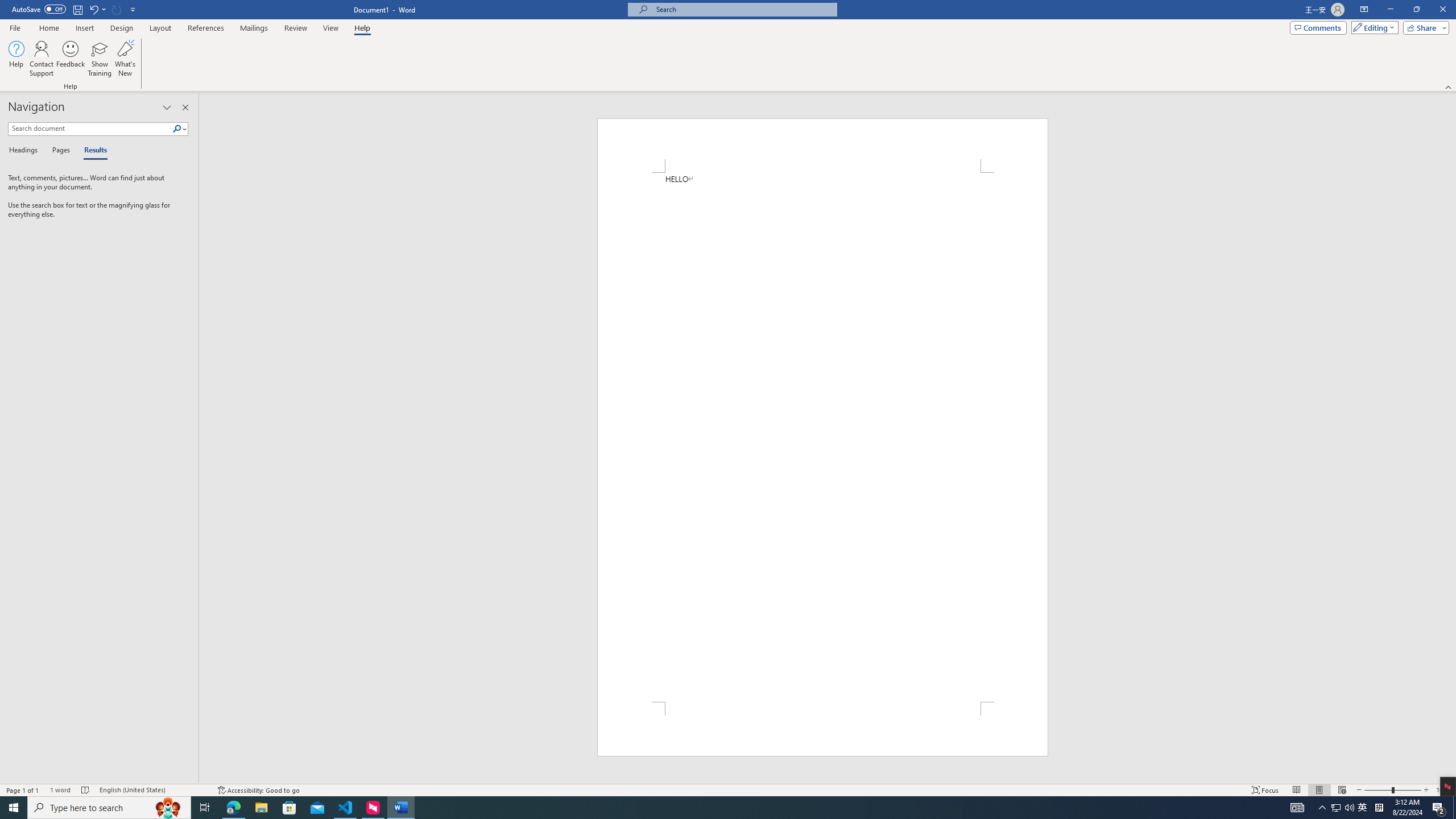 Image resolution: width=1456 pixels, height=819 pixels. Describe the element at coordinates (48, 28) in the screenshot. I see `'Home'` at that location.